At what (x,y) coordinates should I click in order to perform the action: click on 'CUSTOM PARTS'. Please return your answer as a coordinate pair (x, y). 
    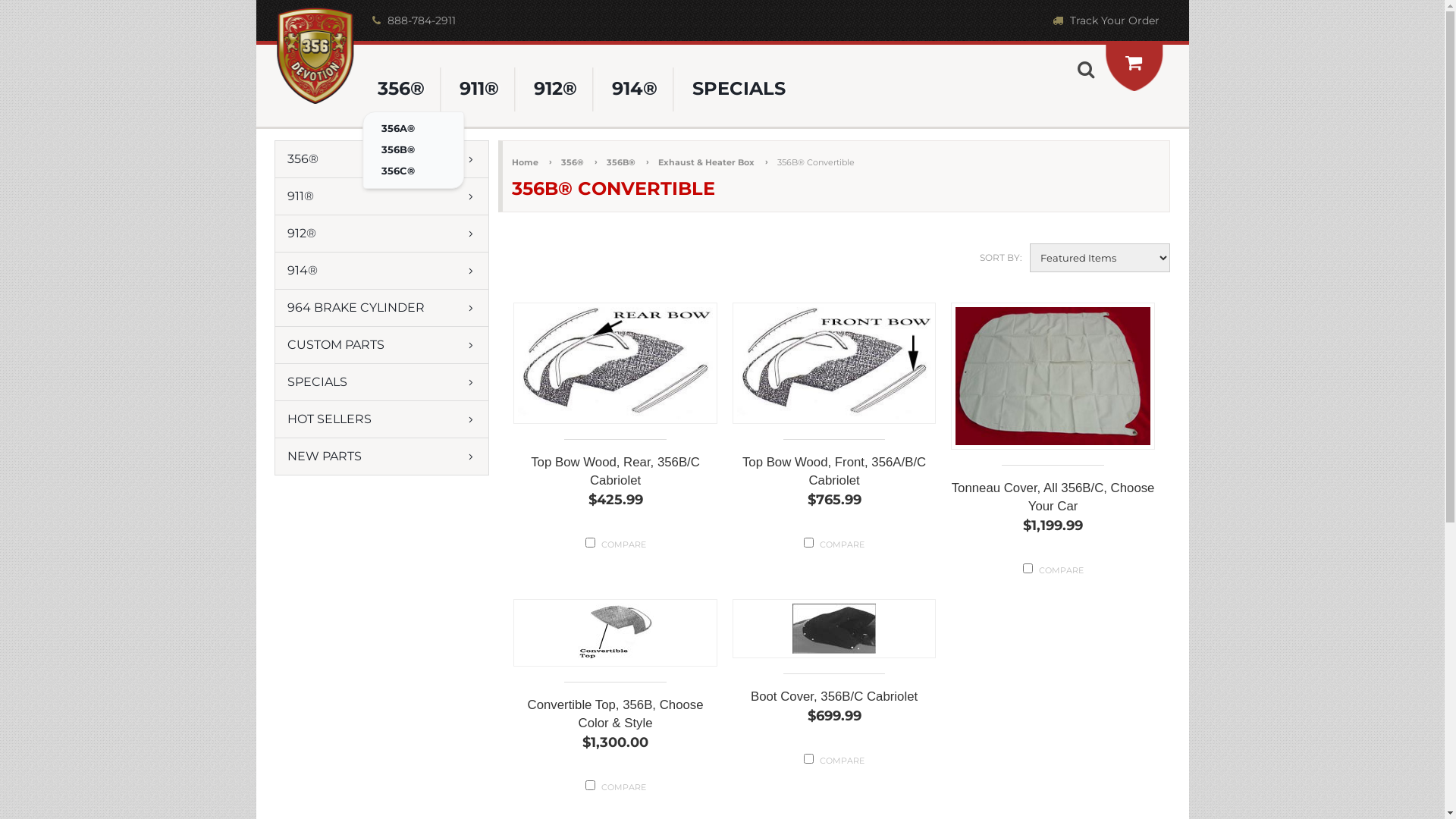
    Looking at the image, I should click on (381, 345).